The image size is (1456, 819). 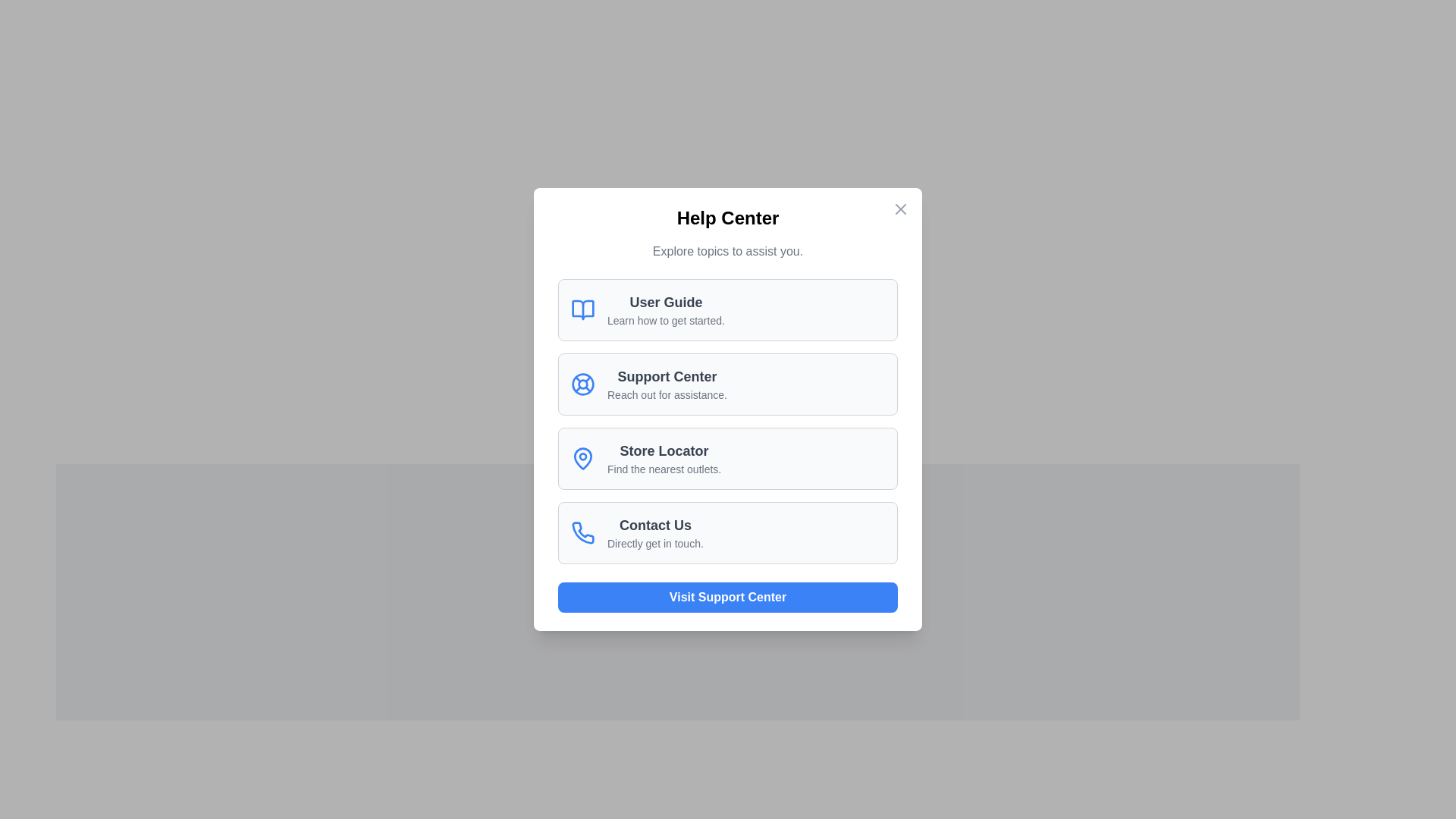 I want to click on the text element stating 'Explore topics to assist you.' which is centered below the title 'Help Center' in a modal dialog box, so click(x=728, y=250).